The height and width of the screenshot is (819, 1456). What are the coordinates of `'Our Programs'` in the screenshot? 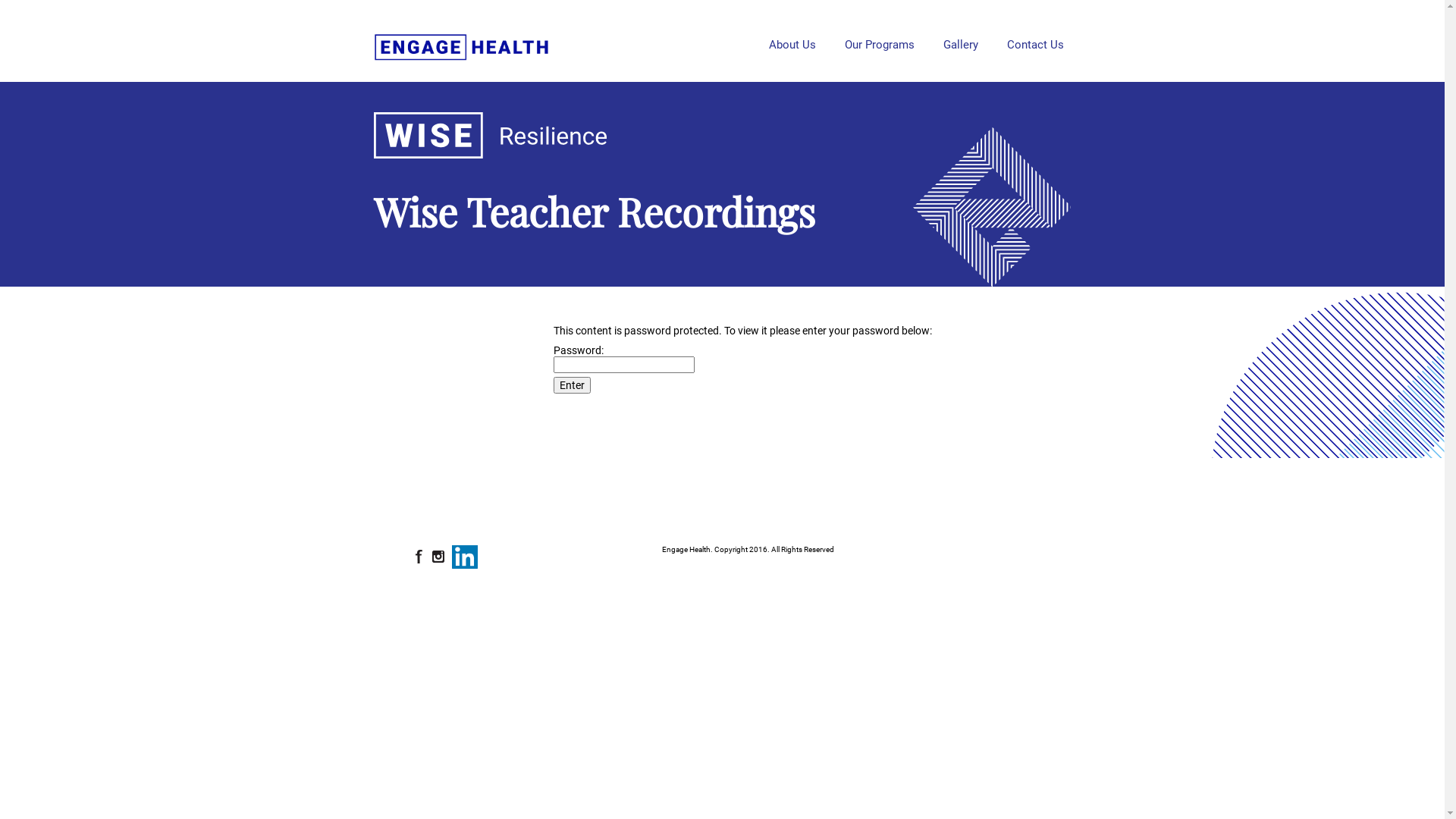 It's located at (880, 40).